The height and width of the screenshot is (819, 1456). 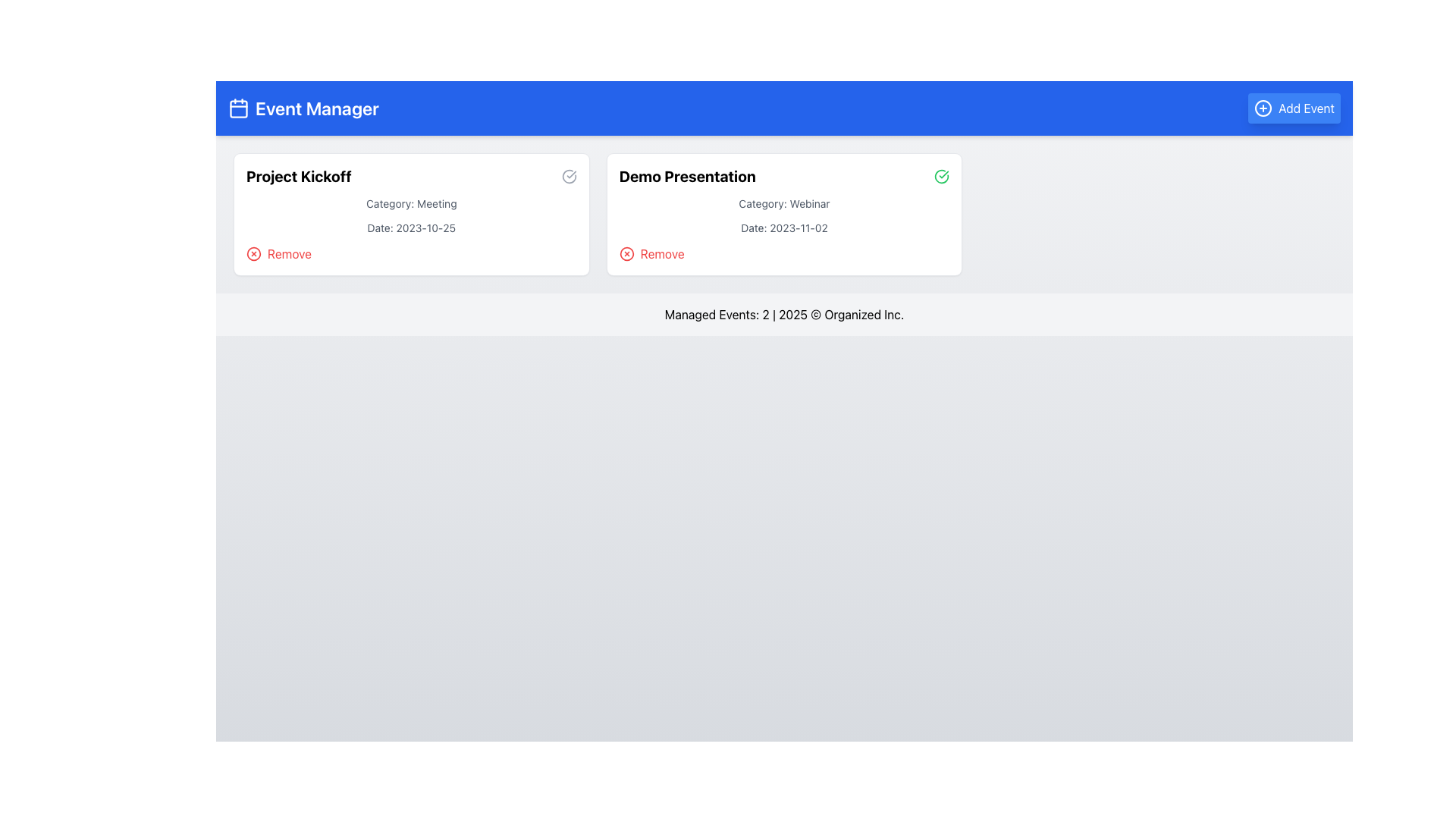 What do you see at coordinates (303, 107) in the screenshot?
I see `the 'Event Manager' title text with the calendar icon located in the blue header banner` at bounding box center [303, 107].